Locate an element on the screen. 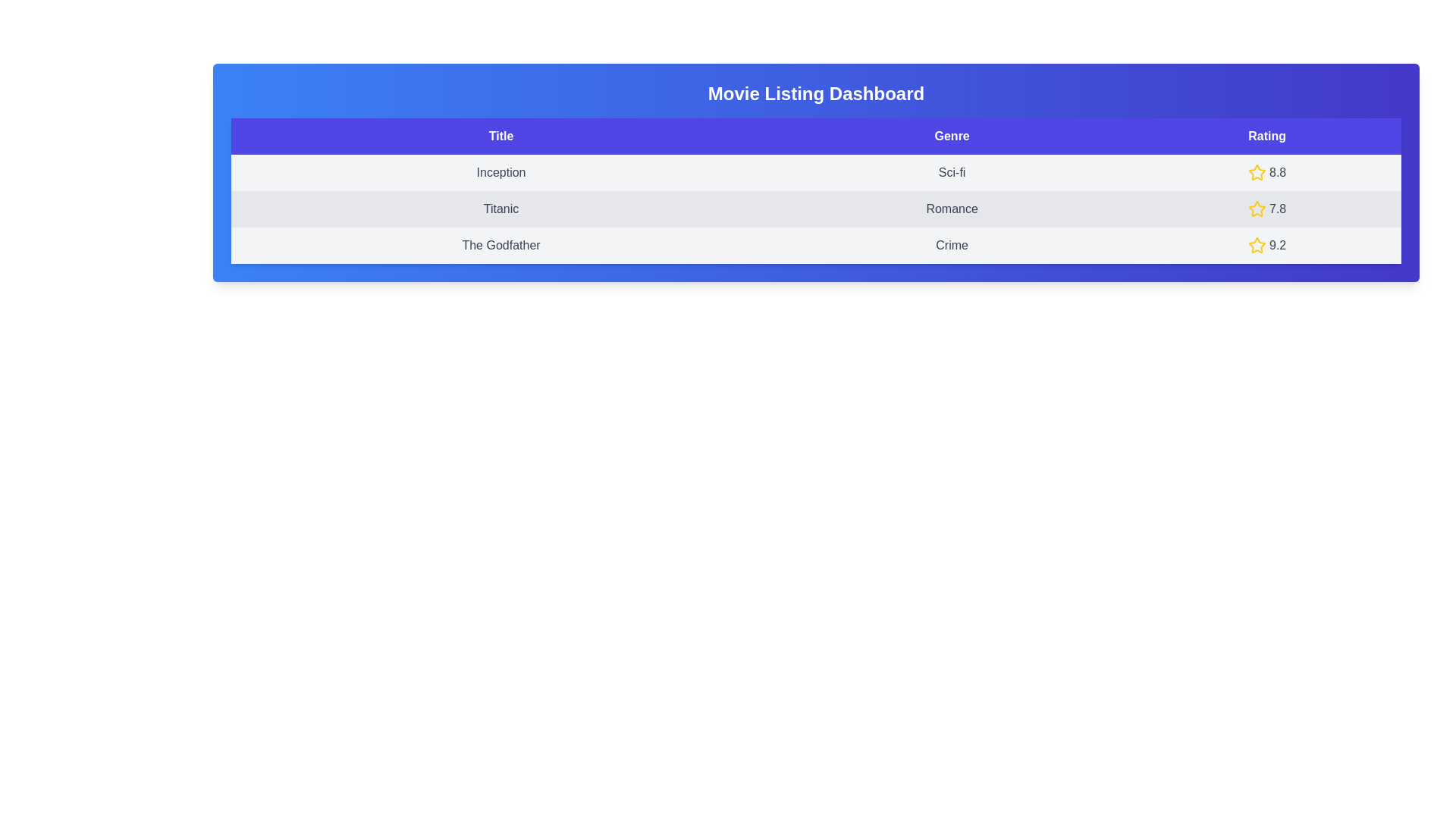  the yellow outlined star icon representing the rating for the movie 'Inception', positioned to the left of the rating number '8.8' is located at coordinates (1257, 171).